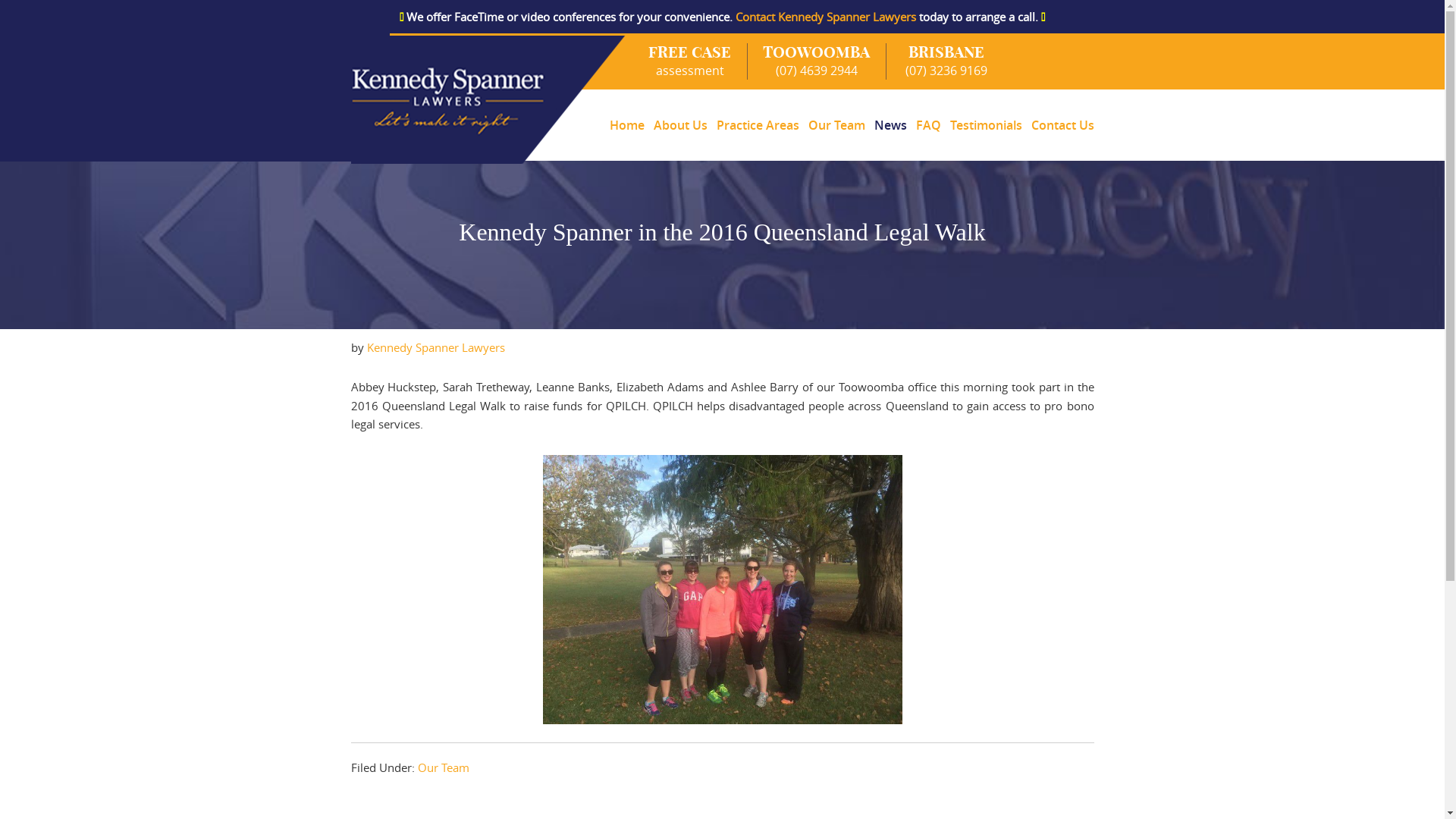 The height and width of the screenshot is (819, 1456). What do you see at coordinates (488, 99) in the screenshot?
I see `'Kennedy Spanner Lawyers'` at bounding box center [488, 99].